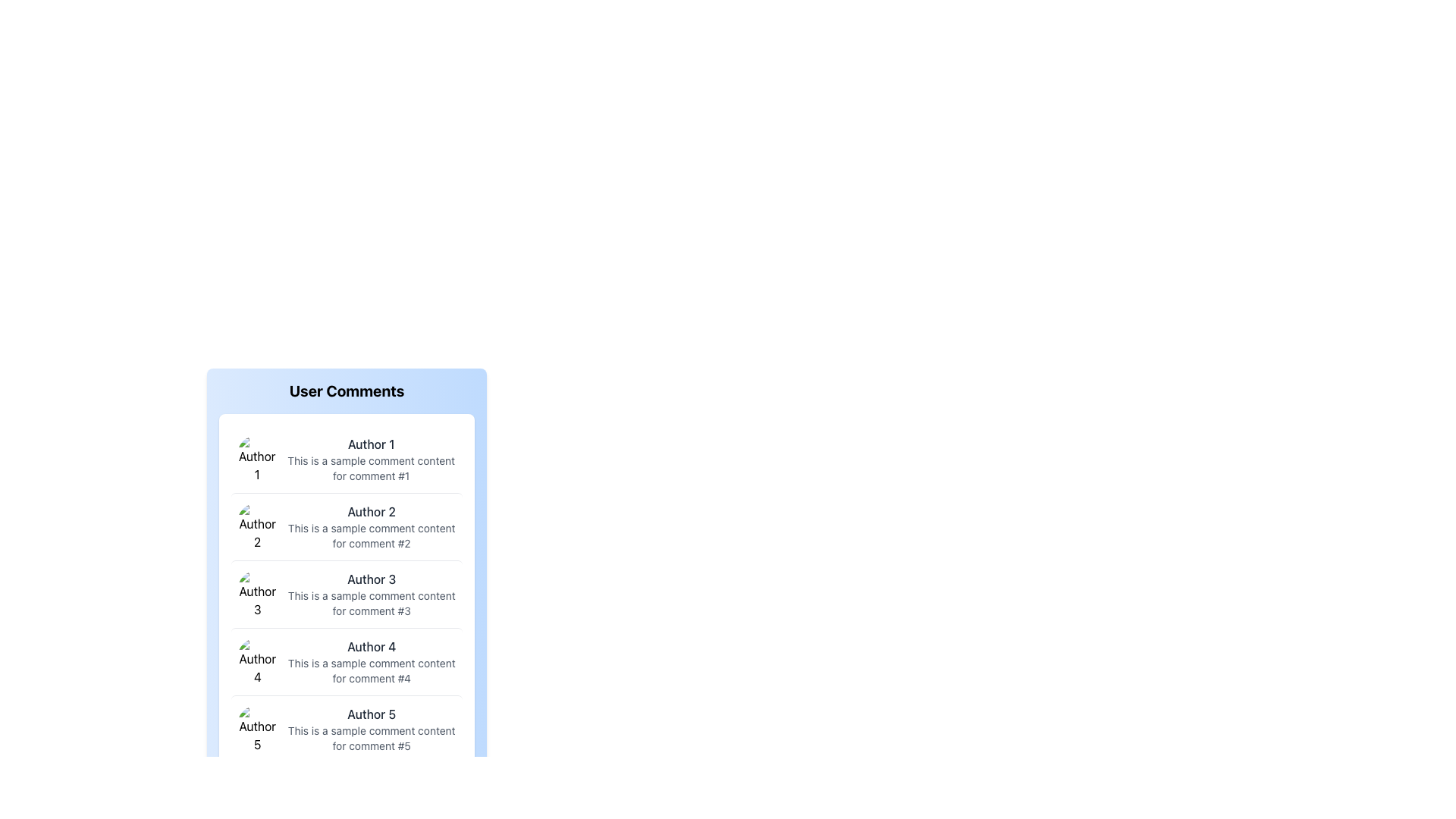 This screenshot has width=1456, height=819. Describe the element at coordinates (346, 458) in the screenshot. I see `the first comment in the user comments list, which includes the author's name 'Author 1' and the comment text 'This is a sample comment content for comment #1'` at that location.